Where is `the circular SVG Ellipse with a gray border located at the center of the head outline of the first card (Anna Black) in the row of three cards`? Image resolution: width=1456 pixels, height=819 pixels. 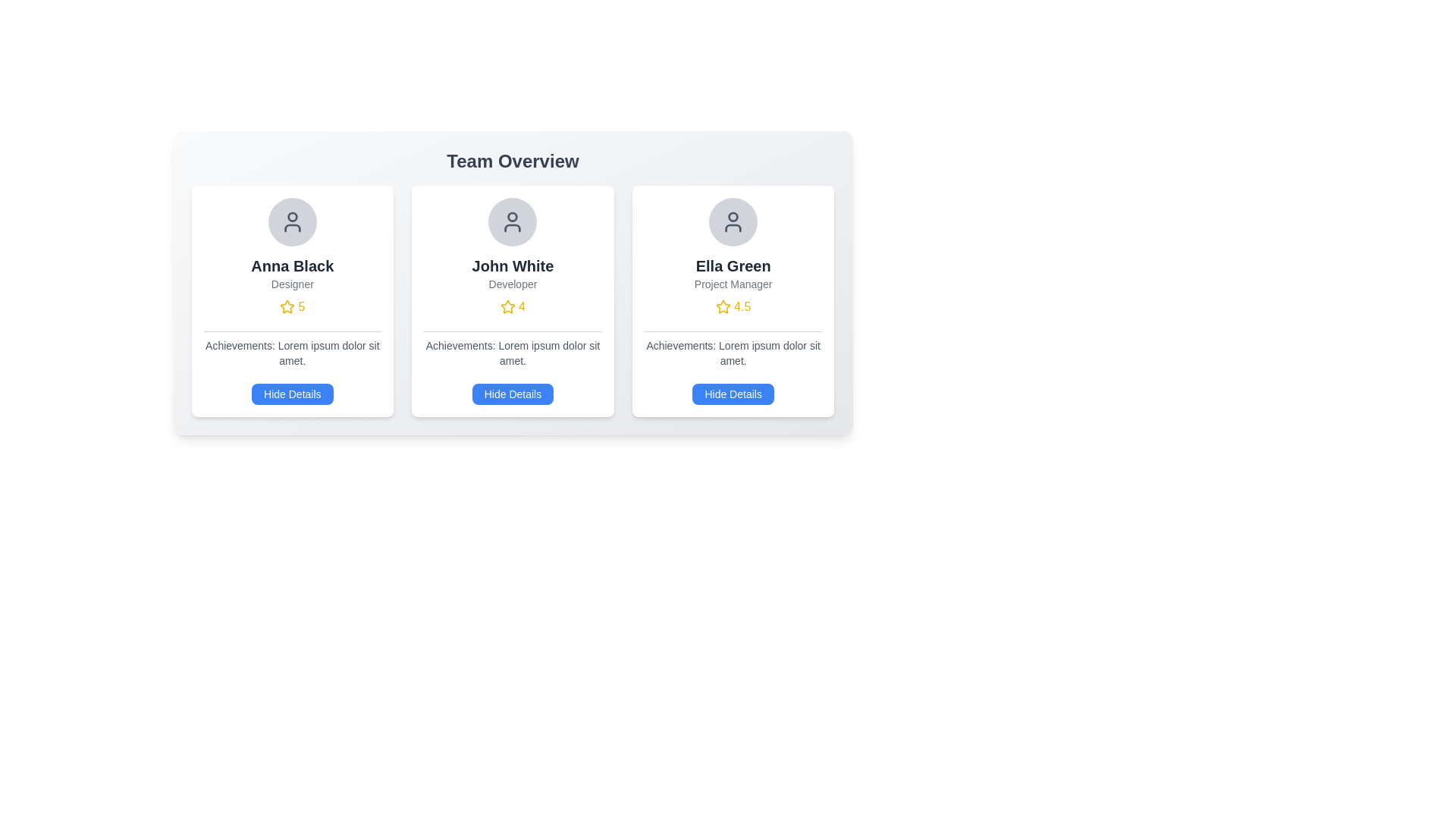 the circular SVG Ellipse with a gray border located at the center of the head outline of the first card (Anna Black) in the row of three cards is located at coordinates (292, 217).